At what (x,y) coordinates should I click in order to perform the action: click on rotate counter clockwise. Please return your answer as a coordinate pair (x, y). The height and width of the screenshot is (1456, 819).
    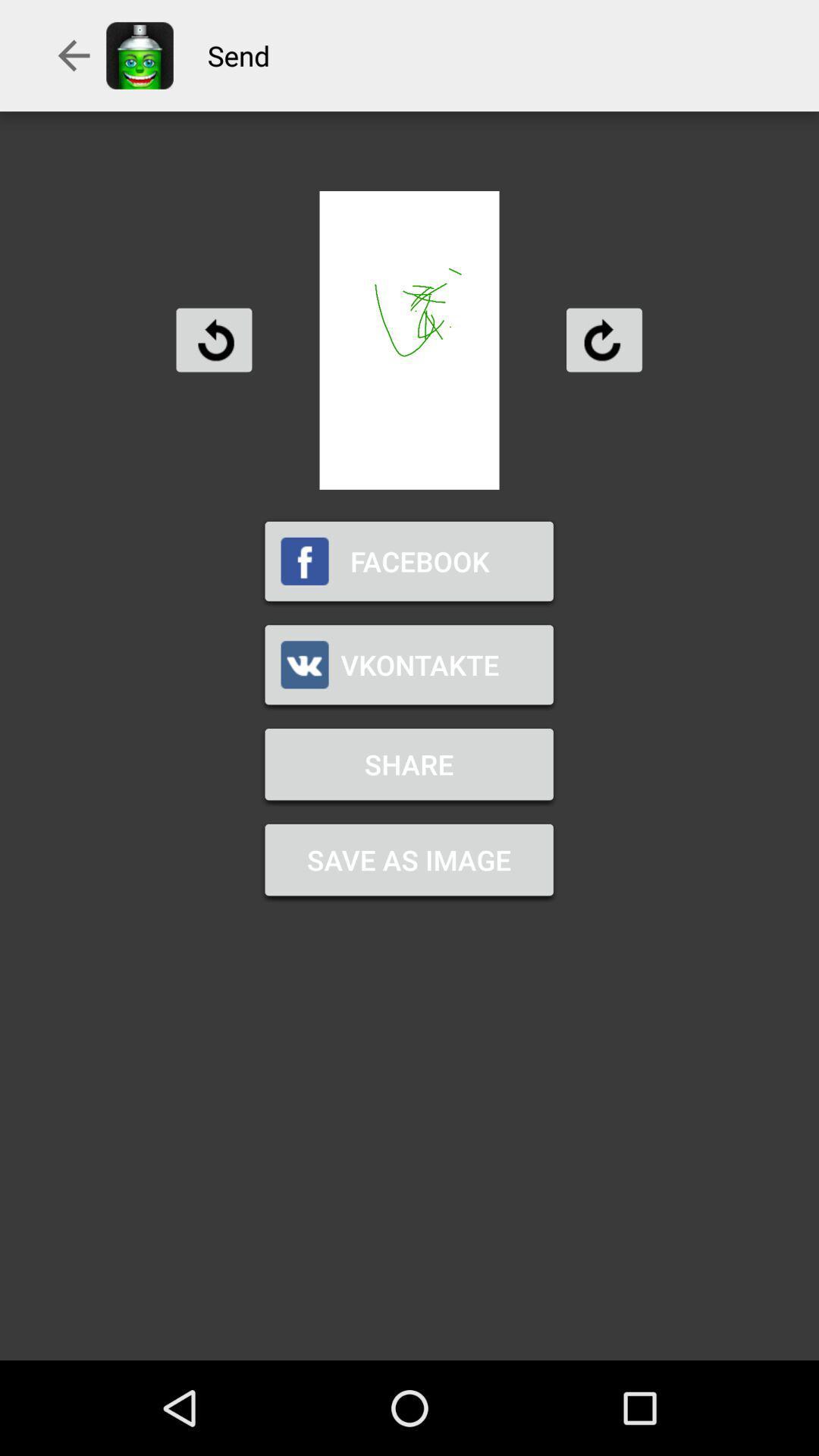
    Looking at the image, I should click on (214, 339).